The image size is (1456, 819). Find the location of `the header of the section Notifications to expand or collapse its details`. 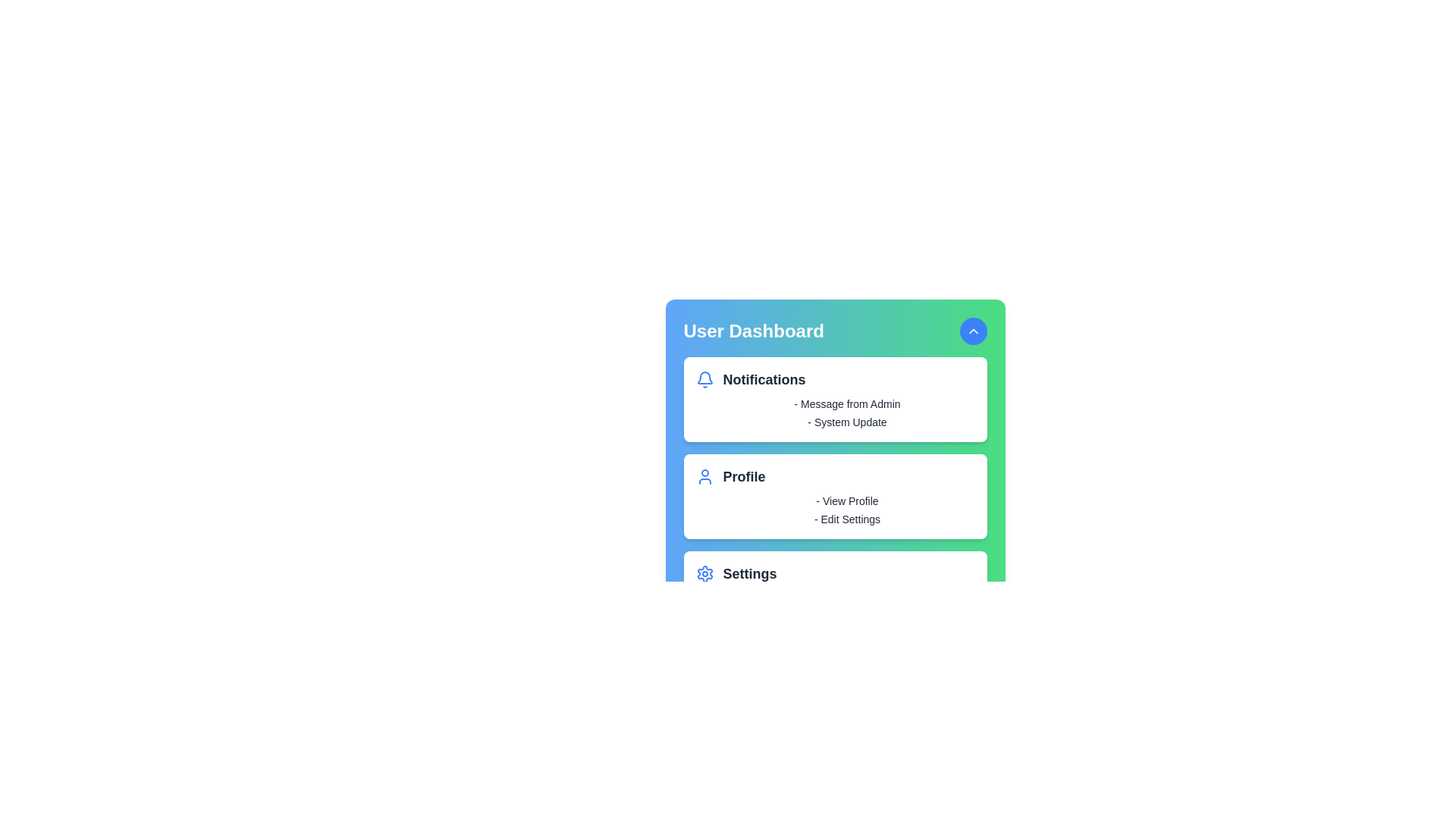

the header of the section Notifications to expand or collapse its details is located at coordinates (834, 379).